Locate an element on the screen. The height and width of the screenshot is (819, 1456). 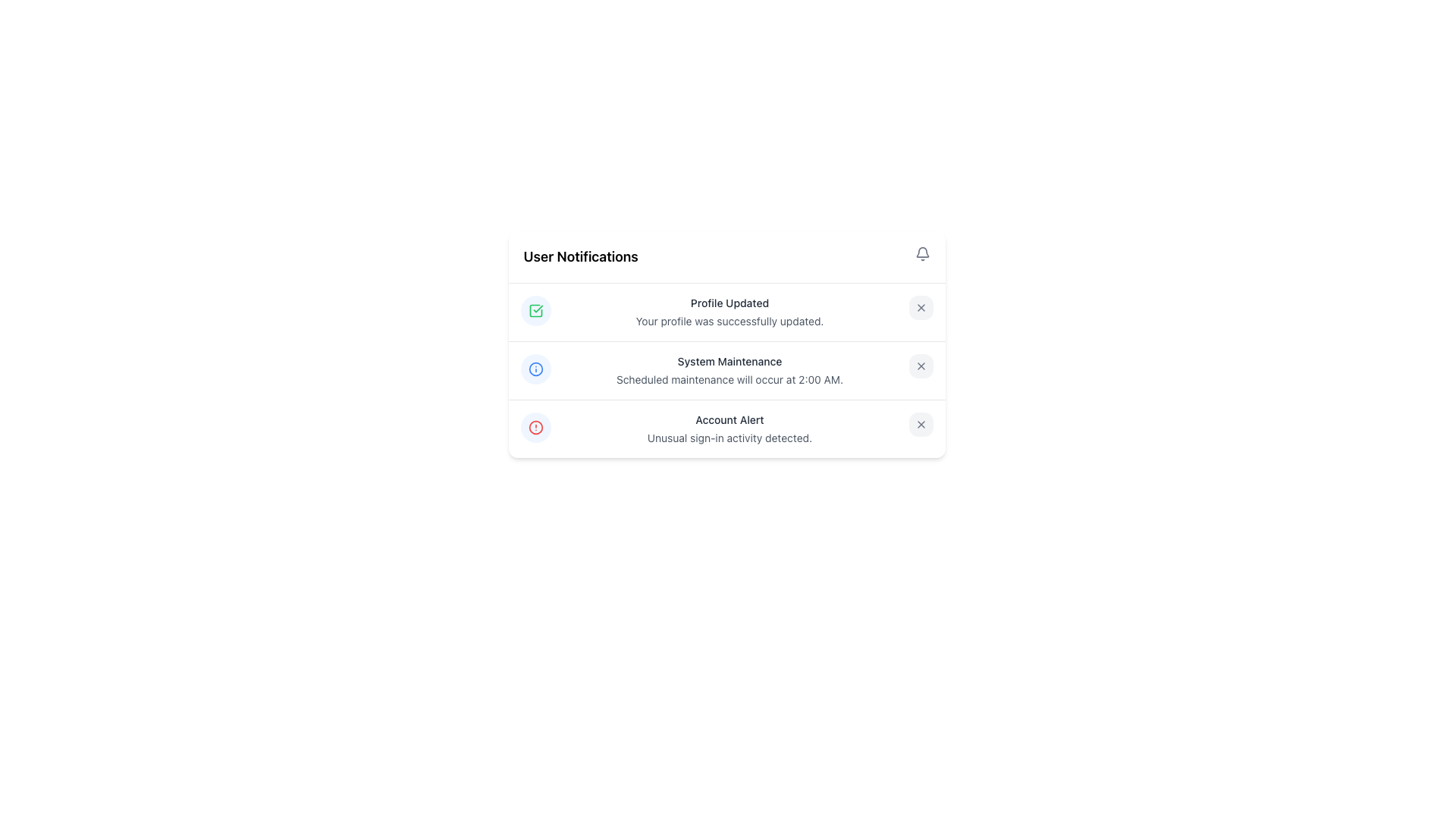
the icon representing the notification titled 'System Maintenance', which is located second from the top in the notifications area is located at coordinates (535, 369).